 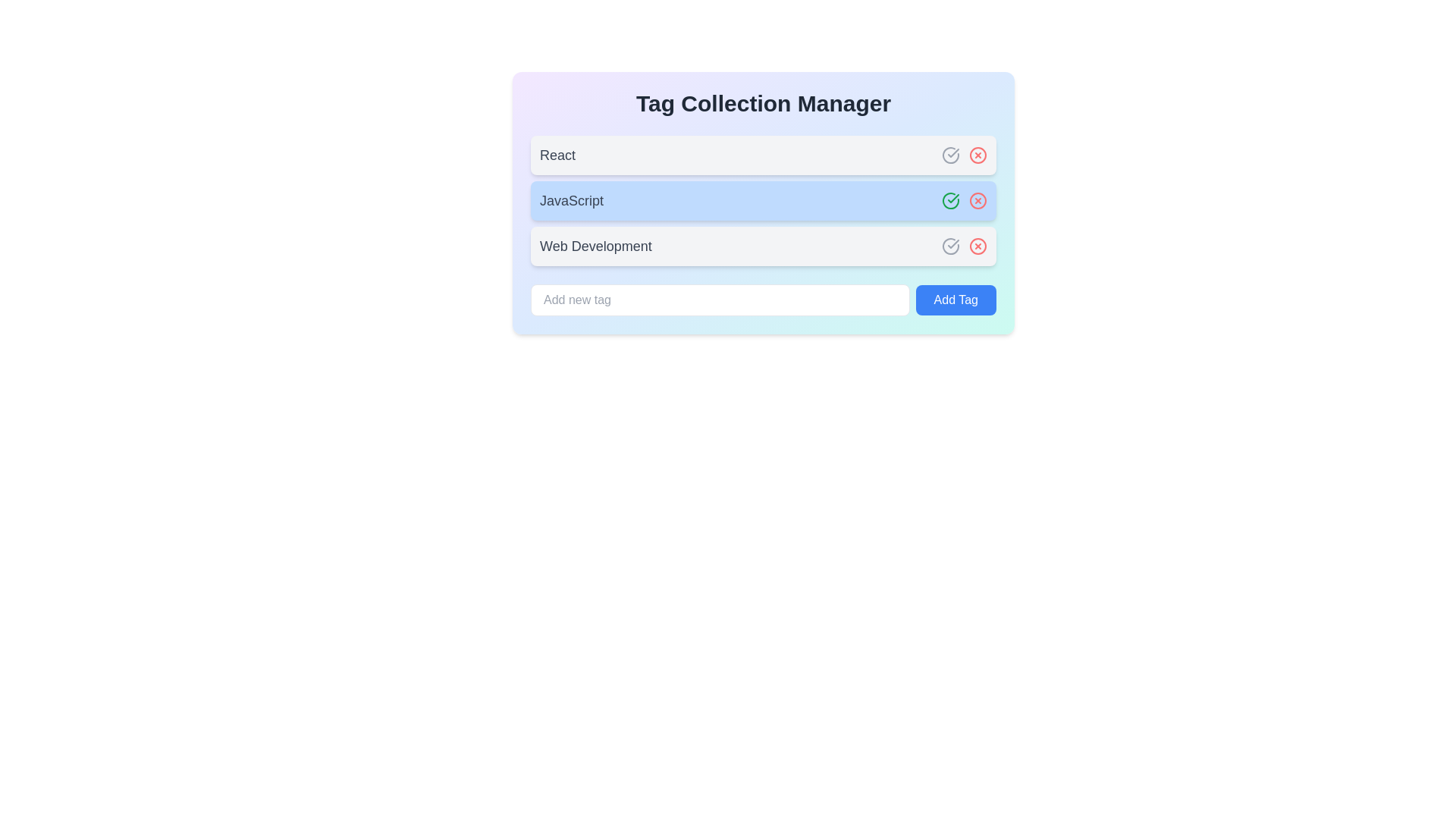 What do you see at coordinates (978, 155) in the screenshot?
I see `the button that removes or deletes the 'React' tag in the 'Tag Collection Manager' panel` at bounding box center [978, 155].